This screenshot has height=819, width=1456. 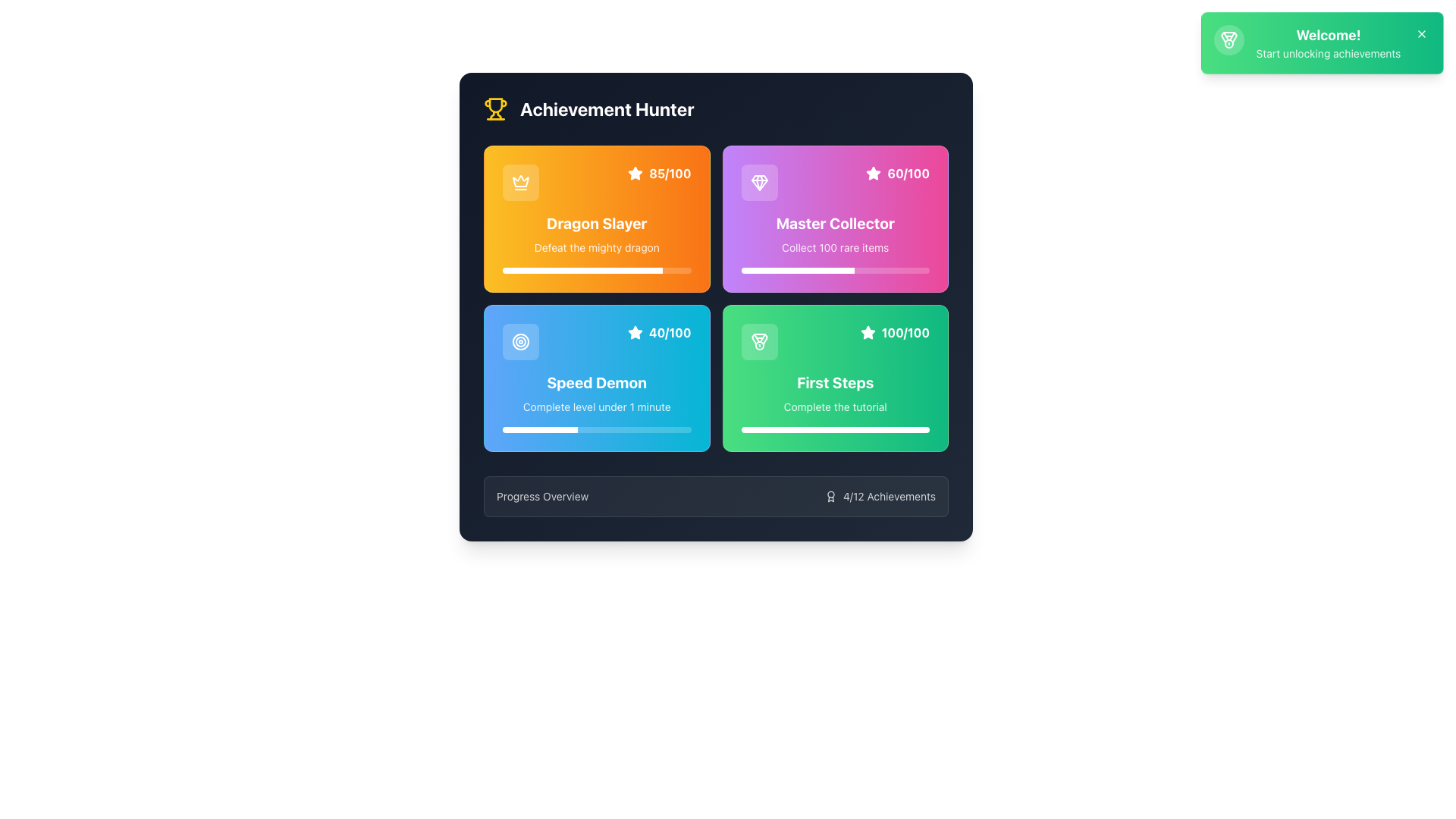 I want to click on the close icon button located in the top-right corner of the green notification card labeled 'Welcome! Start unlocking achievements', so click(x=1421, y=34).